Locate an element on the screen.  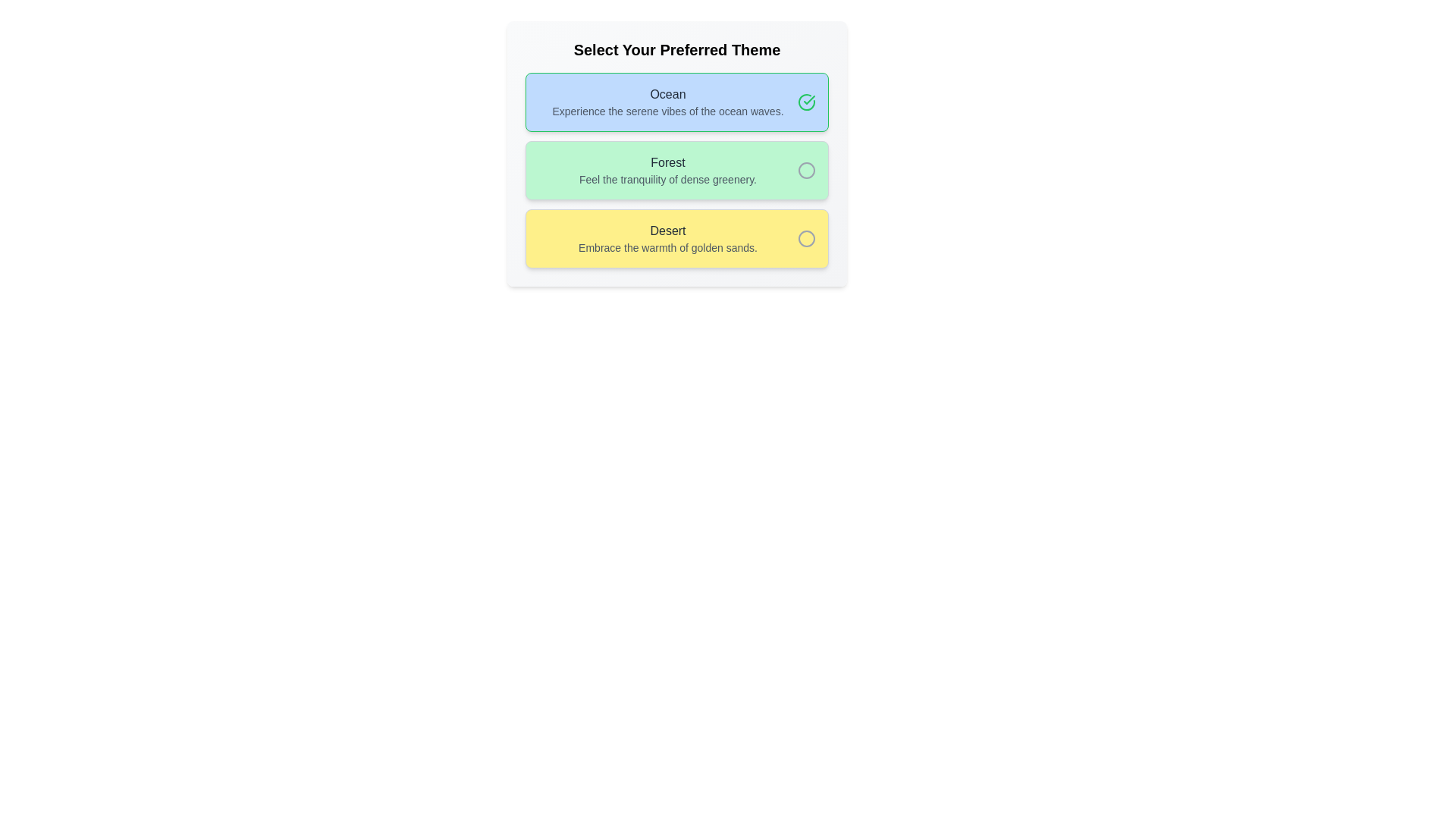
the text label displaying 'Desert' which is styled in medium-weight dark gray and located at the top of a yellow selection card is located at coordinates (667, 231).